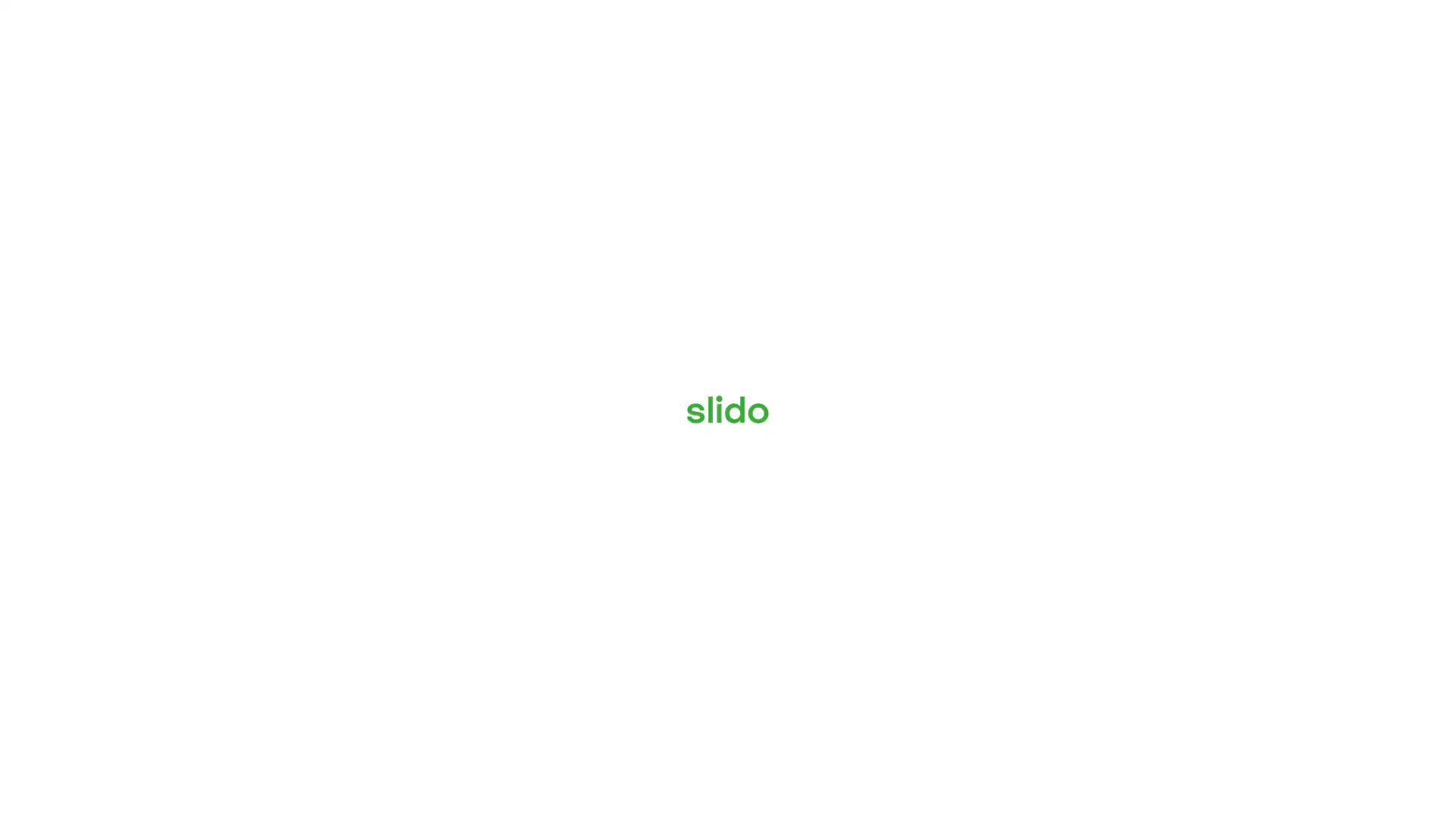  What do you see at coordinates (78, 20) in the screenshot?
I see `Open menu` at bounding box center [78, 20].